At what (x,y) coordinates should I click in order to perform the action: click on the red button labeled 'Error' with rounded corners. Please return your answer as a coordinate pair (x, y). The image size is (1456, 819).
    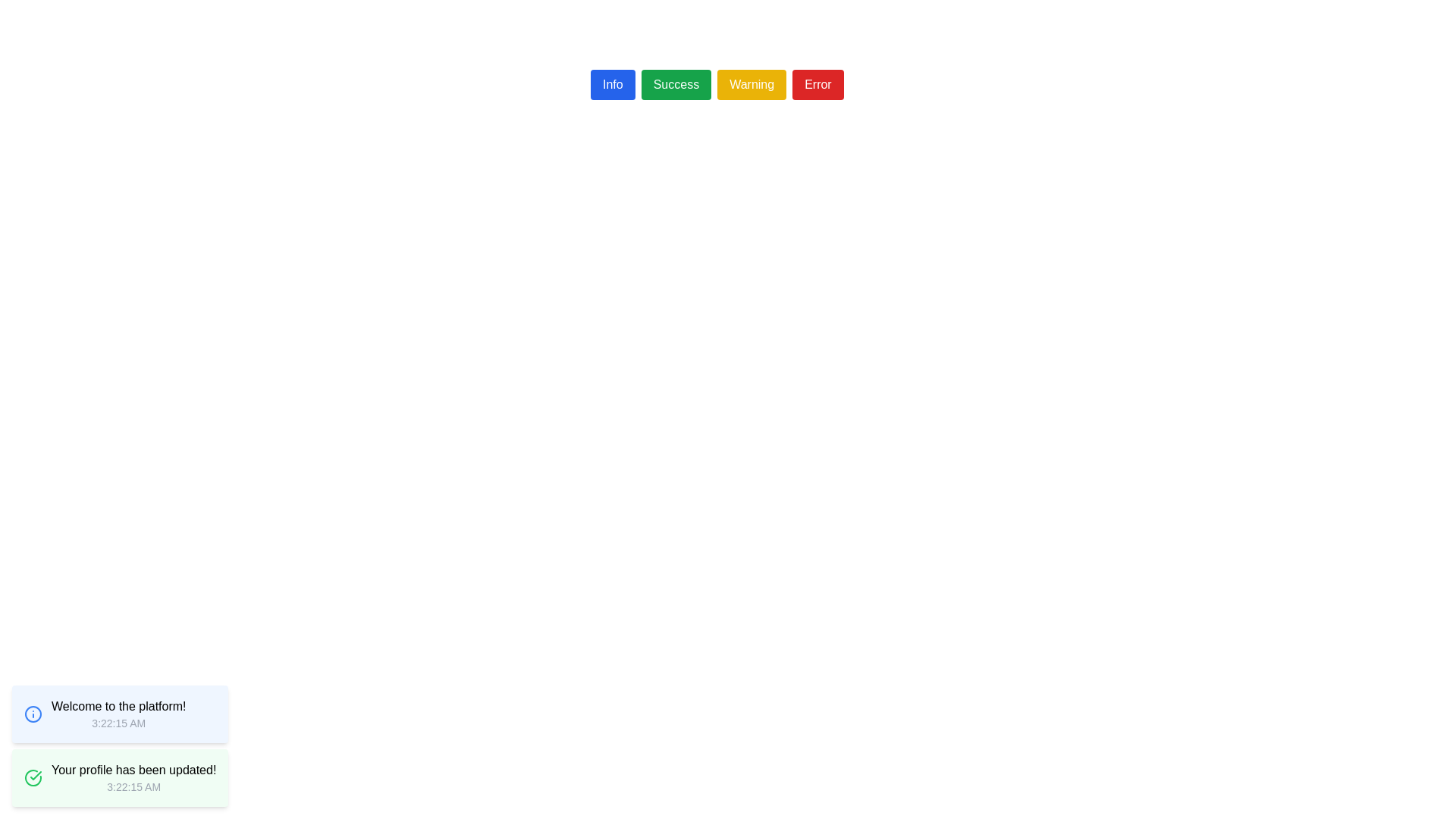
    Looking at the image, I should click on (817, 84).